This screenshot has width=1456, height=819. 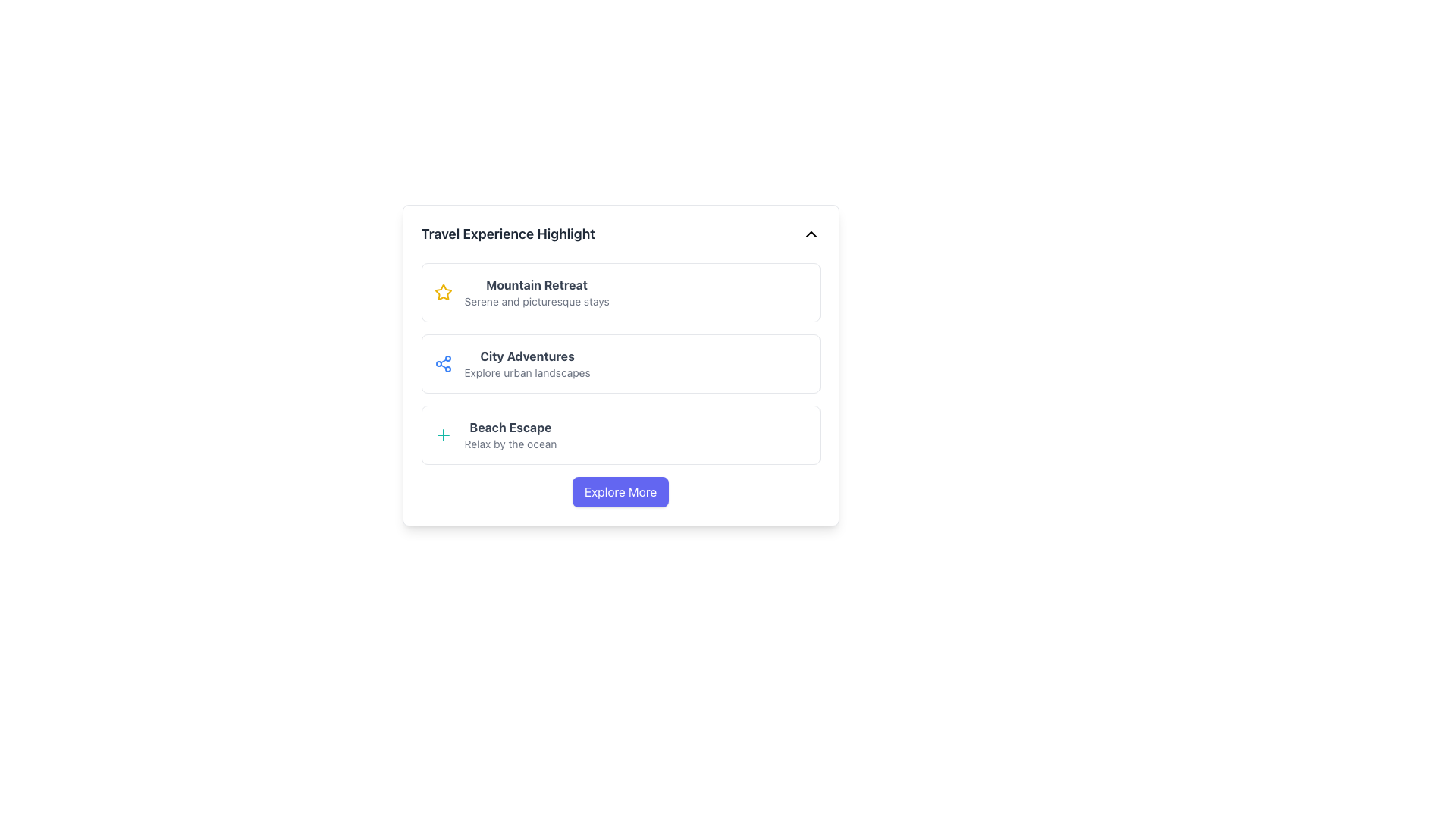 What do you see at coordinates (442, 435) in the screenshot?
I see `the teal cross-shaped icon located at the leftmost side of the 'Beach Escape' entry` at bounding box center [442, 435].